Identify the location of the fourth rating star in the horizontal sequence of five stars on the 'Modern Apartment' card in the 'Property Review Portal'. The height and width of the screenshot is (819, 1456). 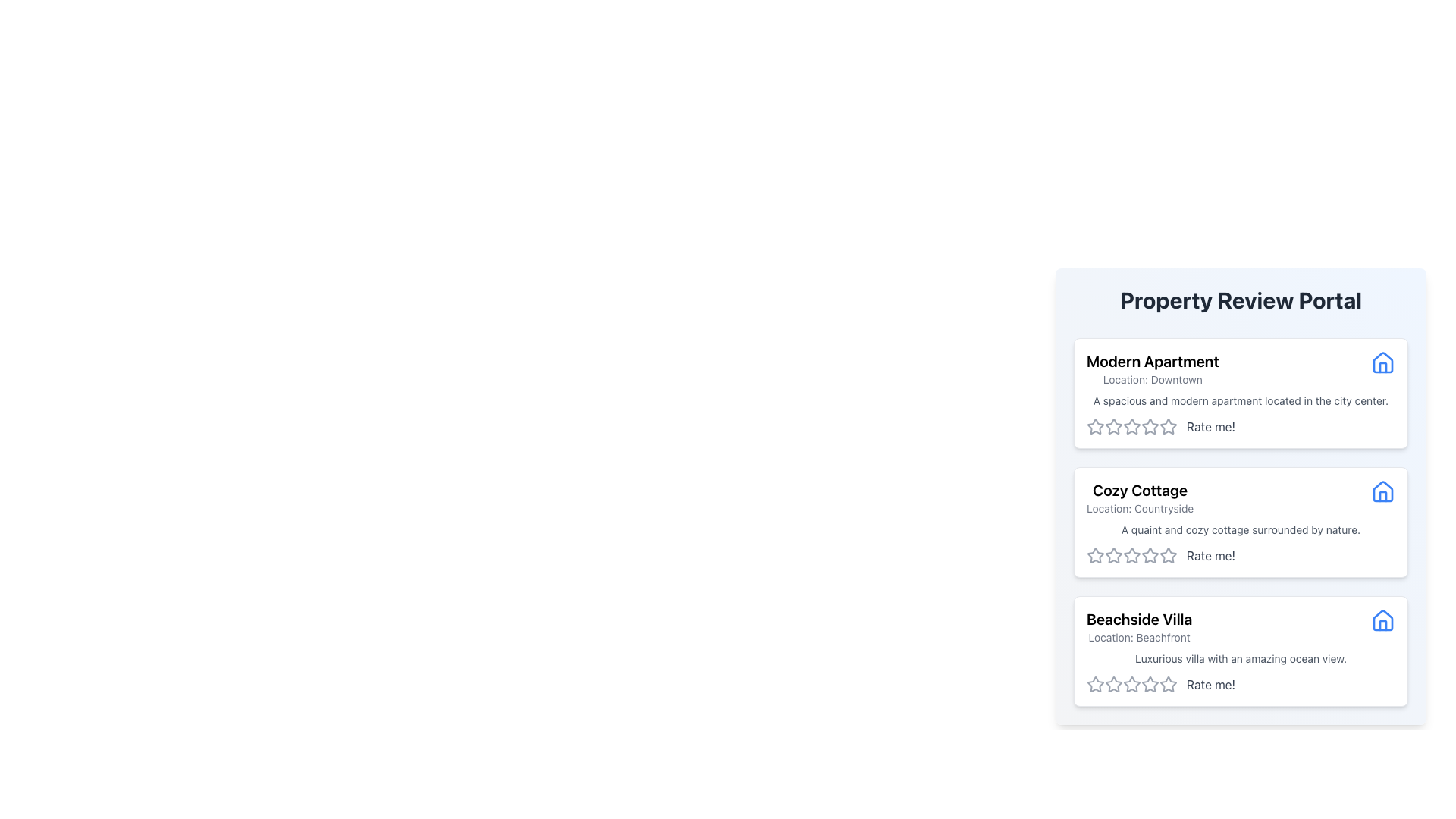
(1131, 427).